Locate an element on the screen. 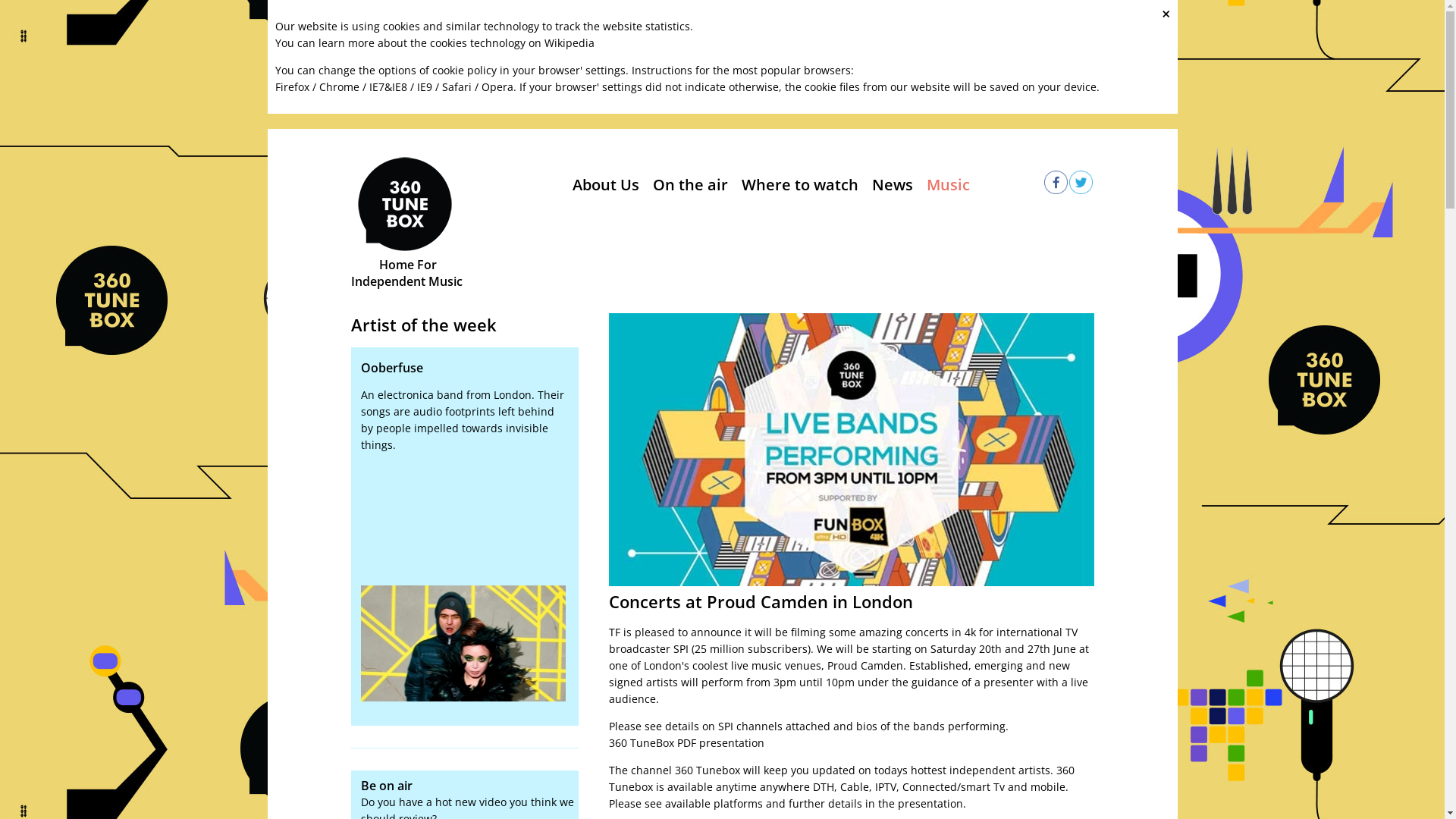 This screenshot has width=1456, height=819. 'Wikipedia' is located at coordinates (568, 42).